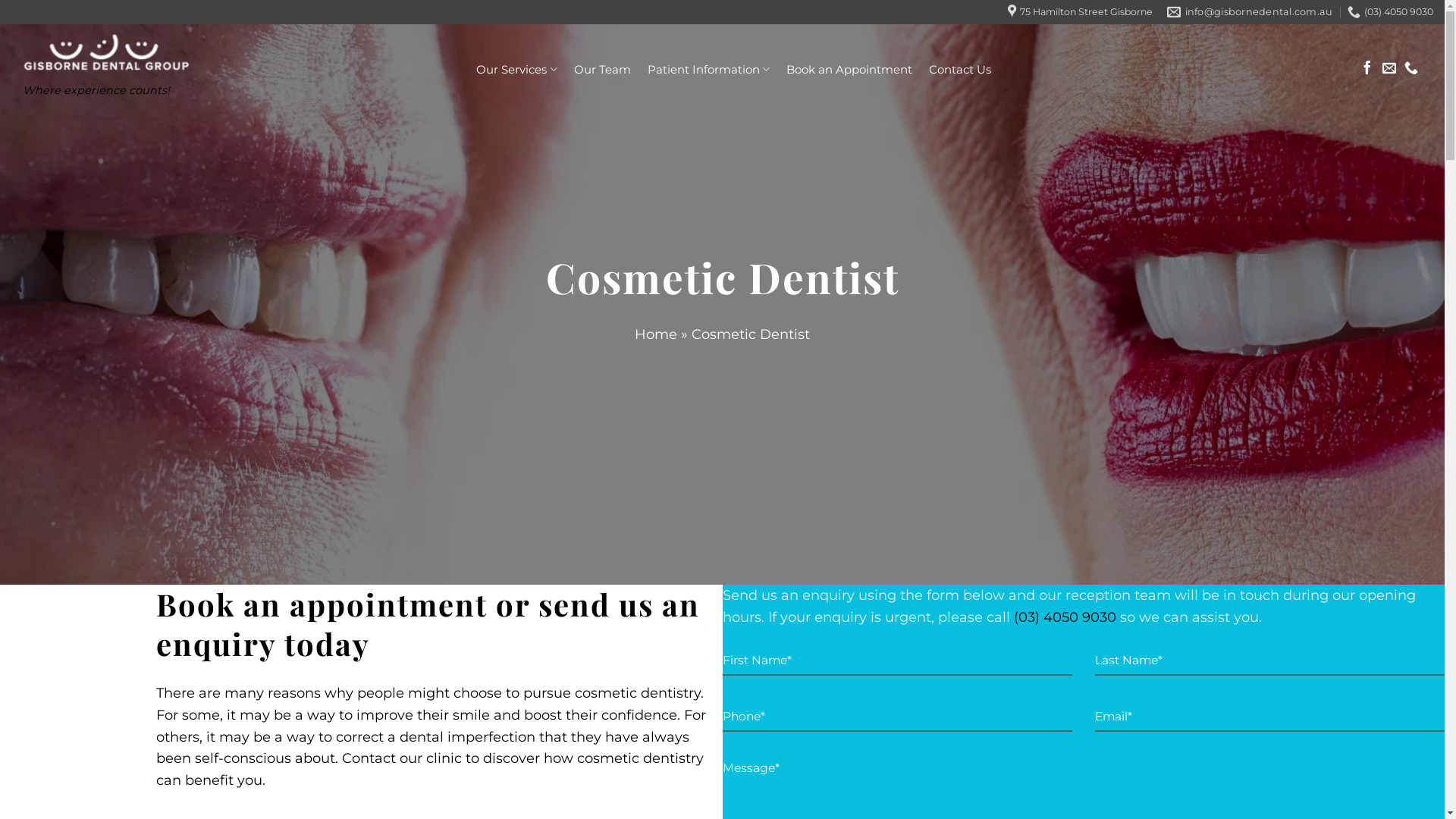 This screenshot has height=819, width=1456. What do you see at coordinates (1249, 11) in the screenshot?
I see `'info@gisbornedental.com.au'` at bounding box center [1249, 11].